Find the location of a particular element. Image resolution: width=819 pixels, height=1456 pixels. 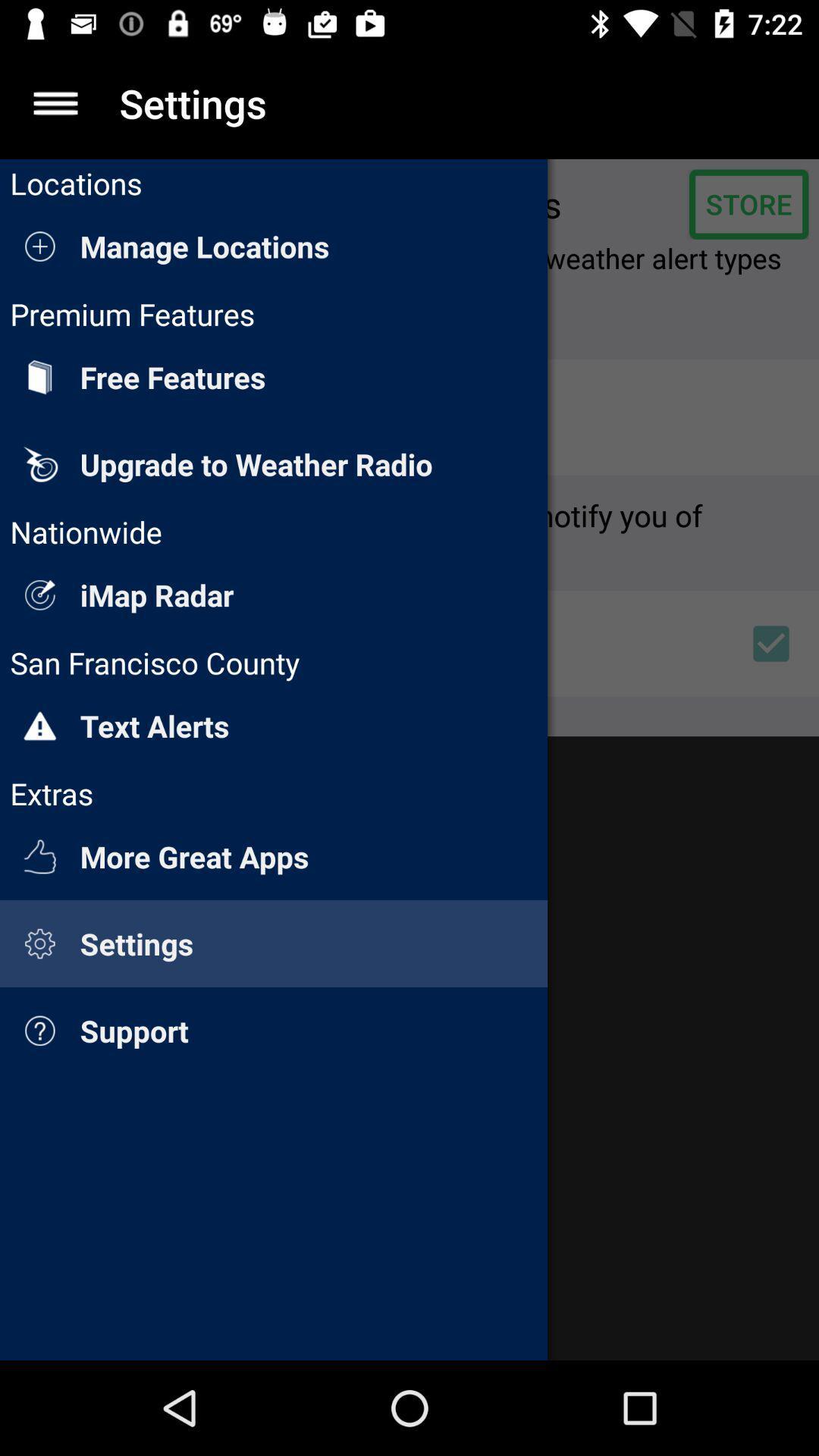

the text at the top right of the page is located at coordinates (748, 203).